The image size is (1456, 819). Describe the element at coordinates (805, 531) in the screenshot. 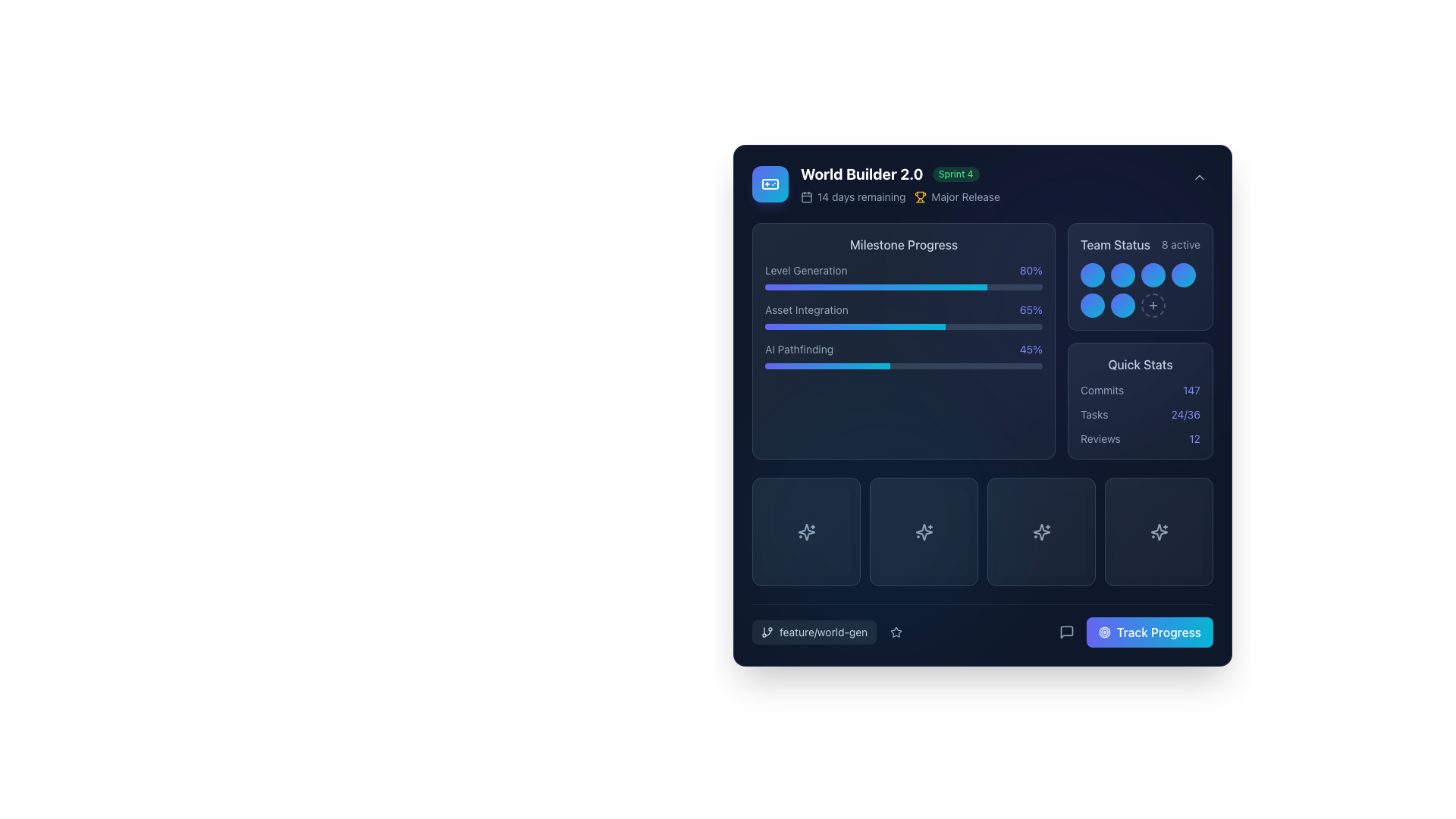

I see `the first interactive card in the horizontal grid, which features a dark gradient background and a centered sparkles icon` at that location.